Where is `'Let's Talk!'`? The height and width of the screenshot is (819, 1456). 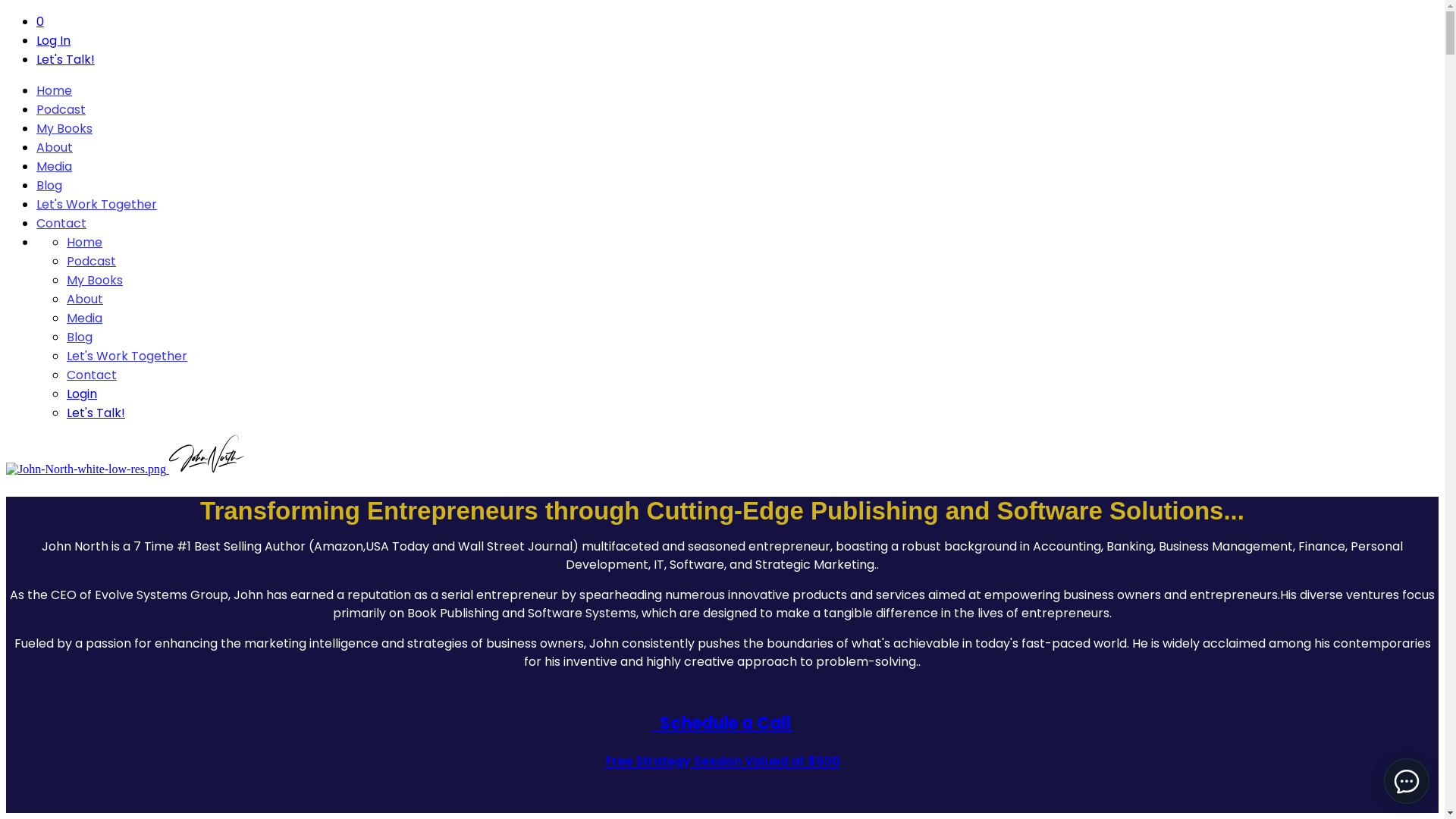 'Let's Talk!' is located at coordinates (64, 58).